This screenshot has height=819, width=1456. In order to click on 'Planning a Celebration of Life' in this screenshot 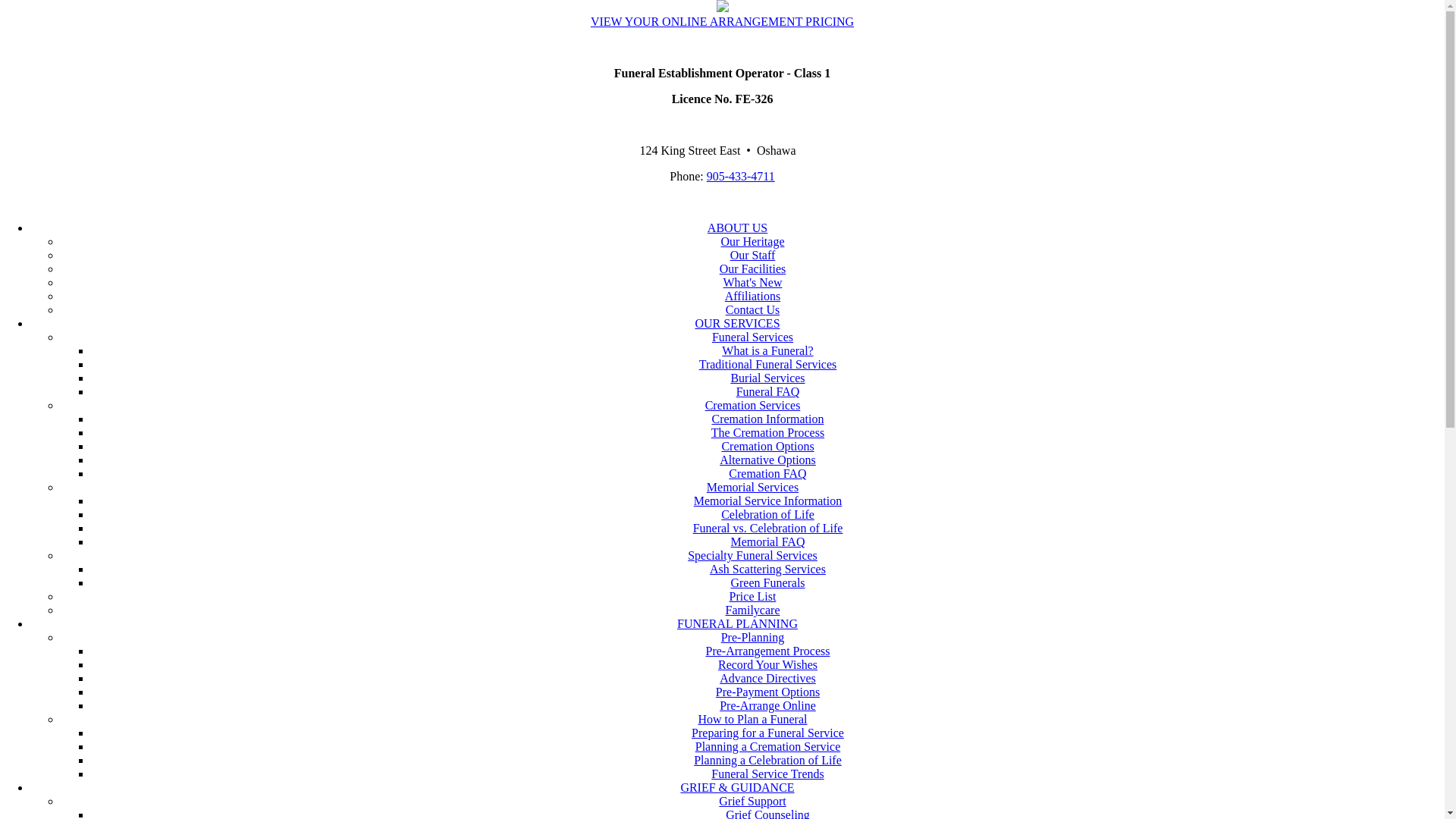, I will do `click(767, 760)`.